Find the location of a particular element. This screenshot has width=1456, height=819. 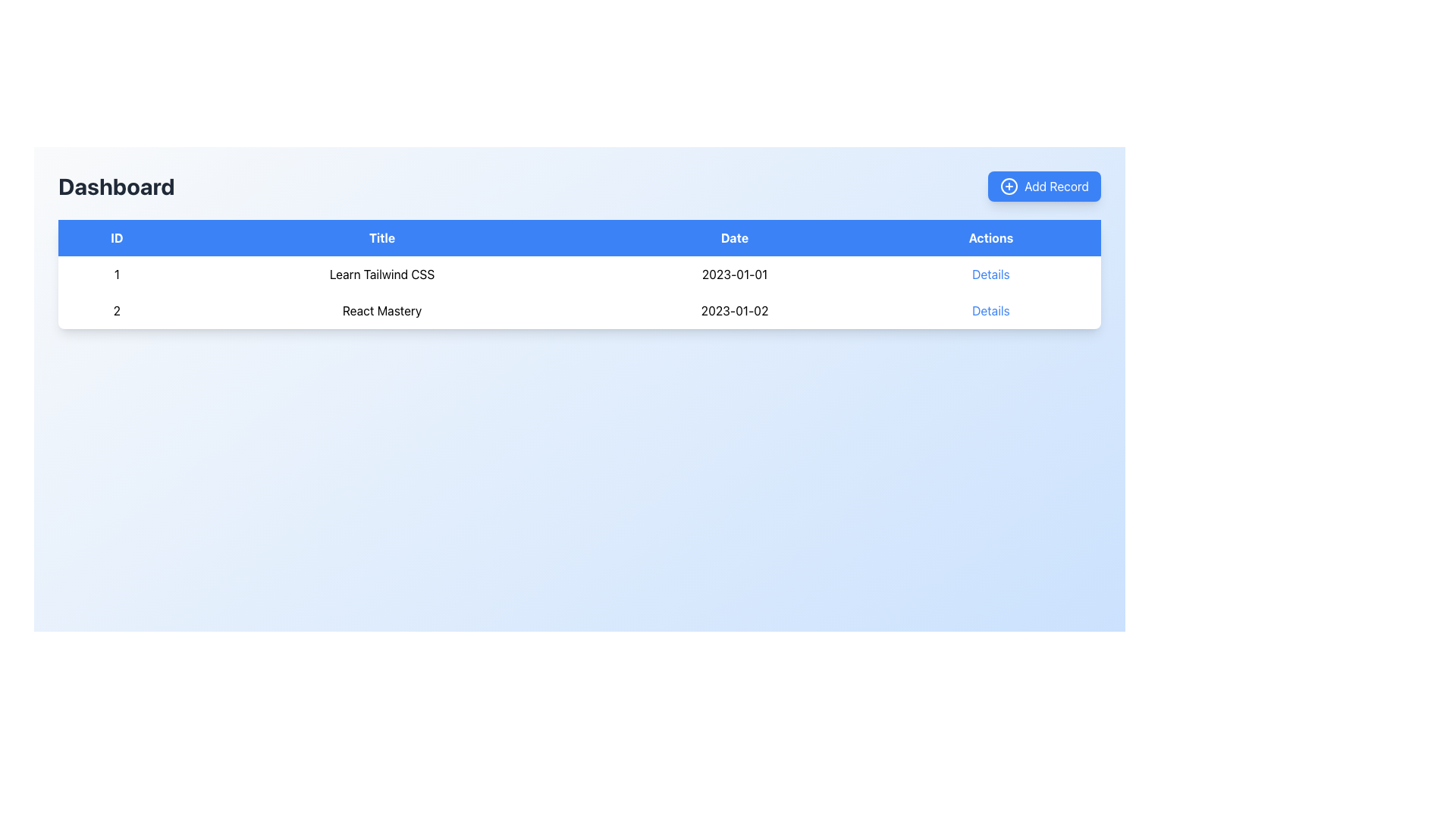

the first table cell under the 'ID' header is located at coordinates (116, 275).